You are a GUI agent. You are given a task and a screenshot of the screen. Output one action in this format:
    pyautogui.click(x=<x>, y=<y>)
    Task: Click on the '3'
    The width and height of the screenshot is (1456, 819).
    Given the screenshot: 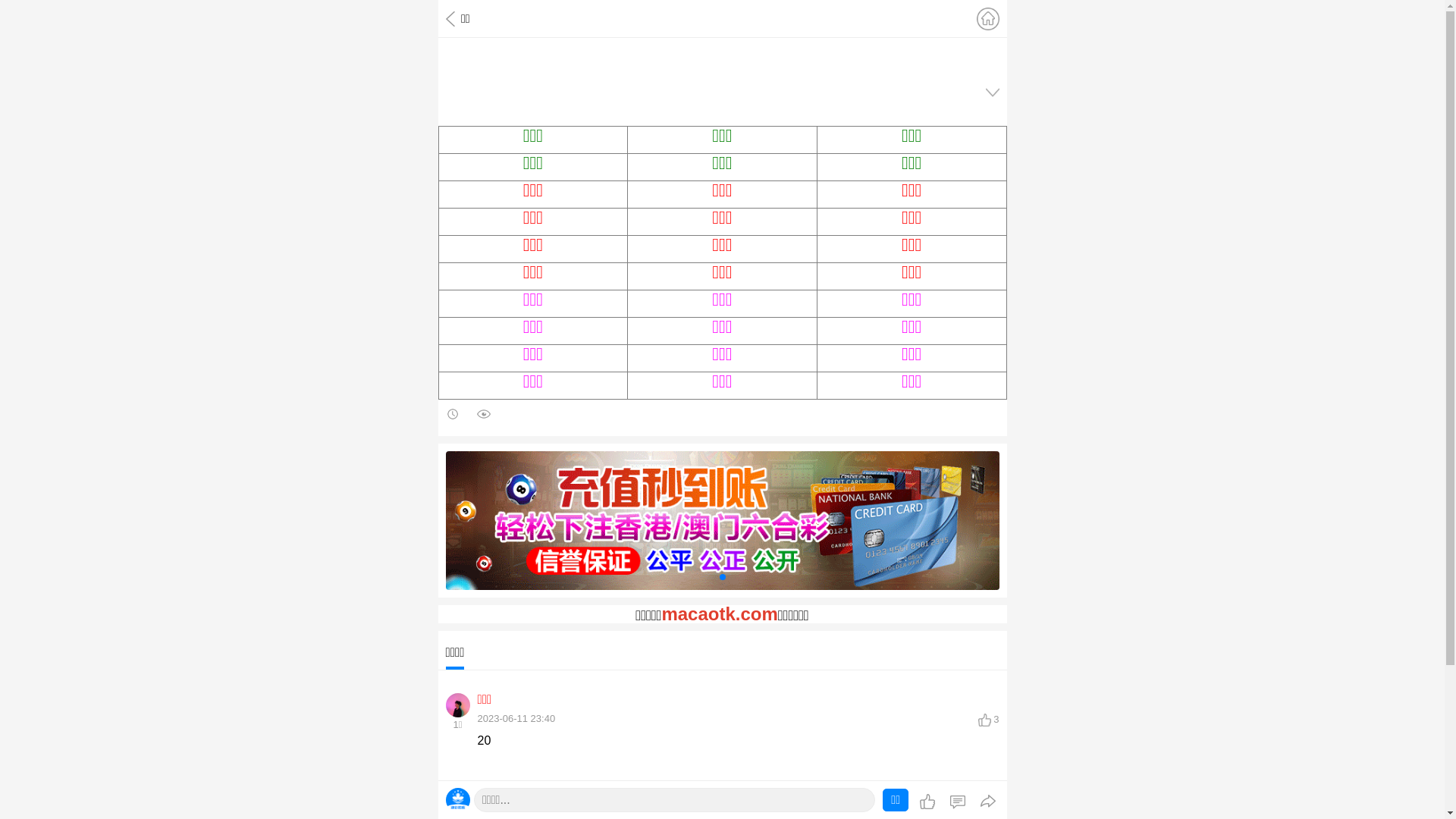 What is the action you would take?
    pyautogui.click(x=988, y=718)
    